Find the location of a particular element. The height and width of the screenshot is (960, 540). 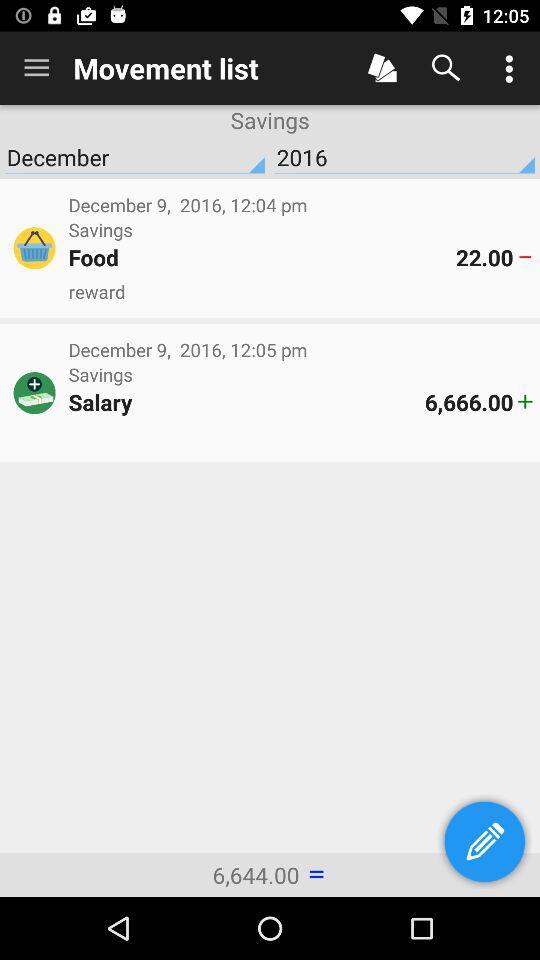

icon above december 9 2016 icon is located at coordinates (299, 290).